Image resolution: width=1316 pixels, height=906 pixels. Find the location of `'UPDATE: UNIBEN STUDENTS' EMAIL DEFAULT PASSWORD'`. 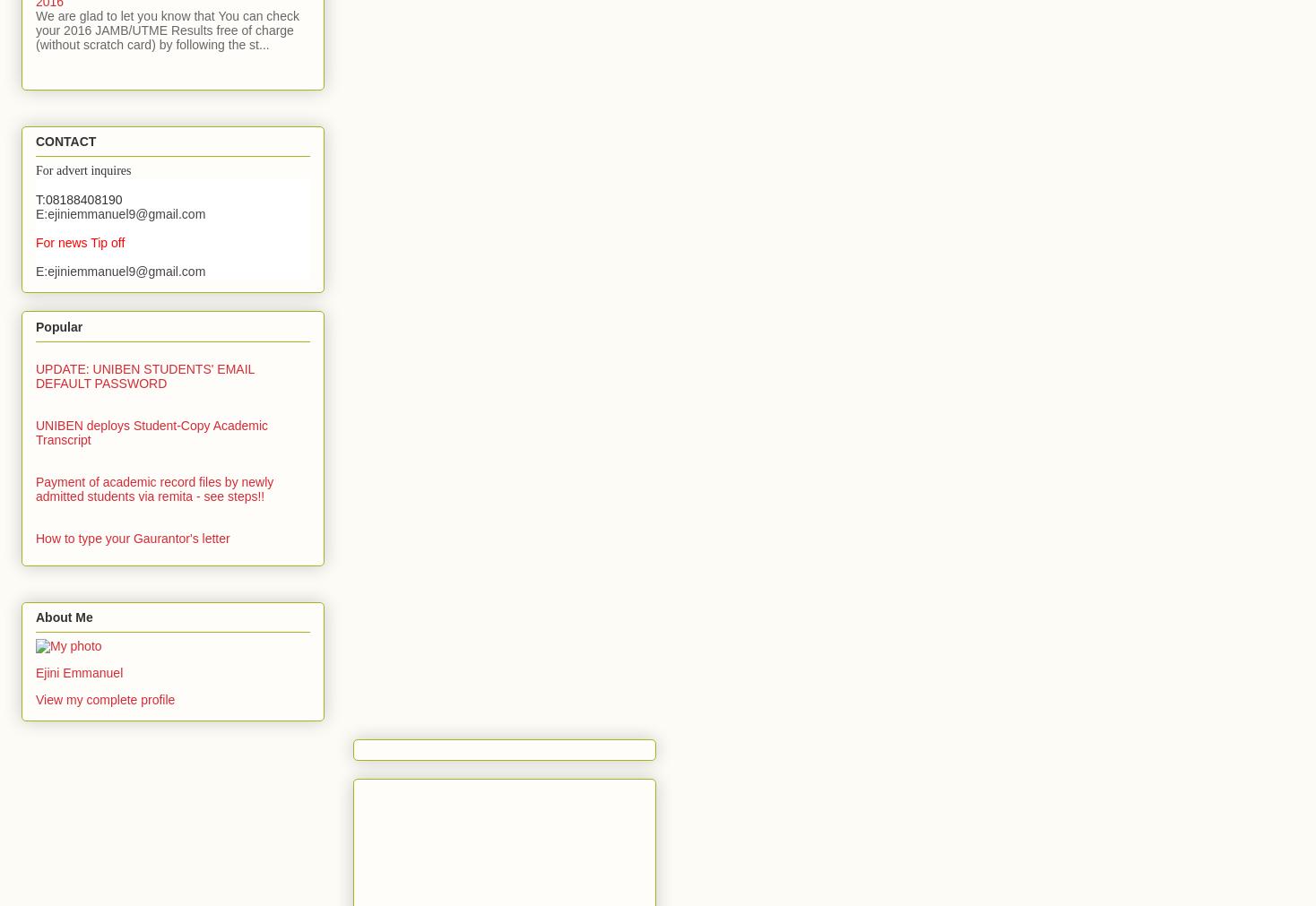

'UPDATE: UNIBEN STUDENTS' EMAIL DEFAULT PASSWORD' is located at coordinates (143, 374).